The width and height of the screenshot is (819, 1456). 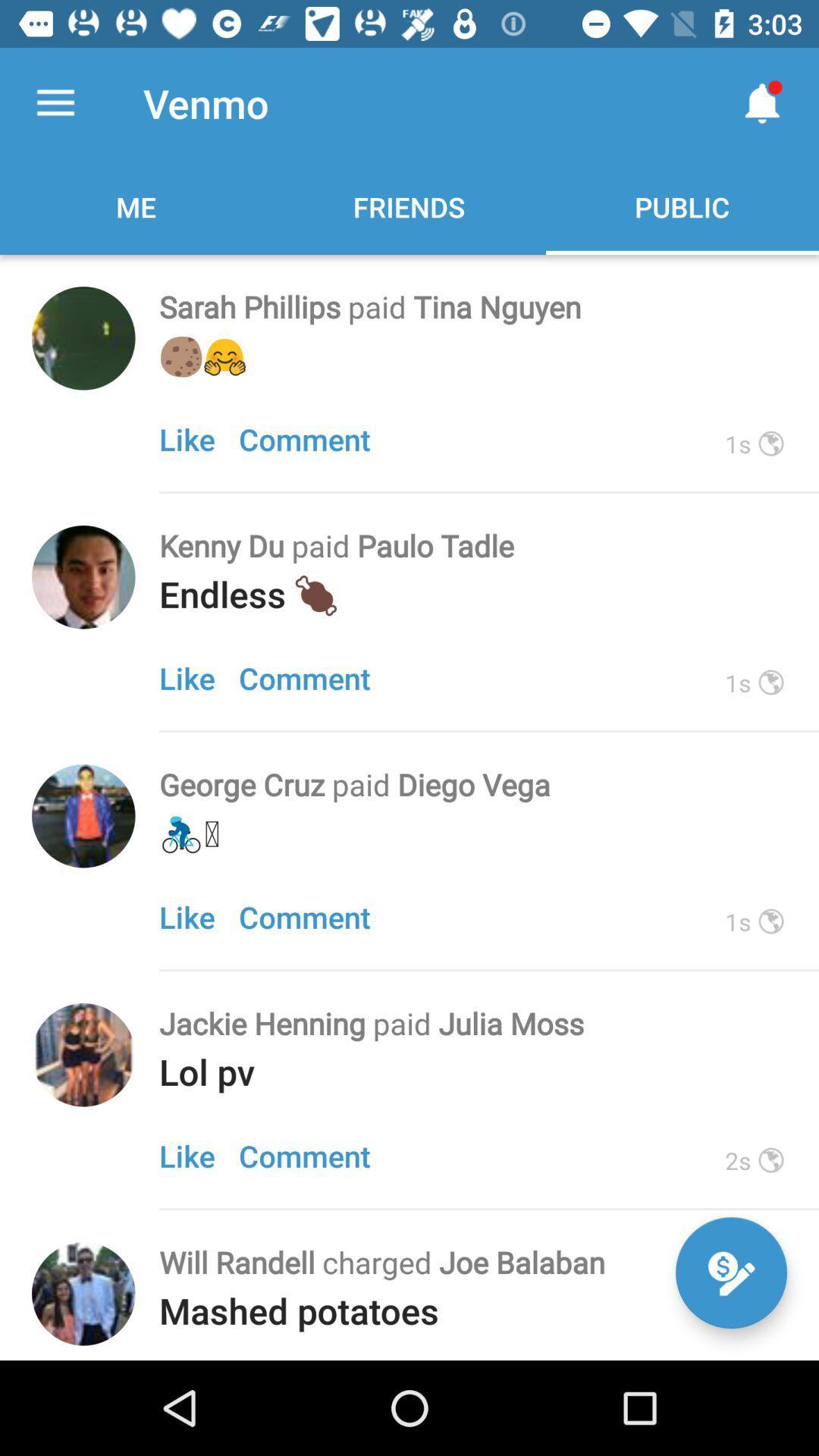 I want to click on profile, so click(x=83, y=1054).